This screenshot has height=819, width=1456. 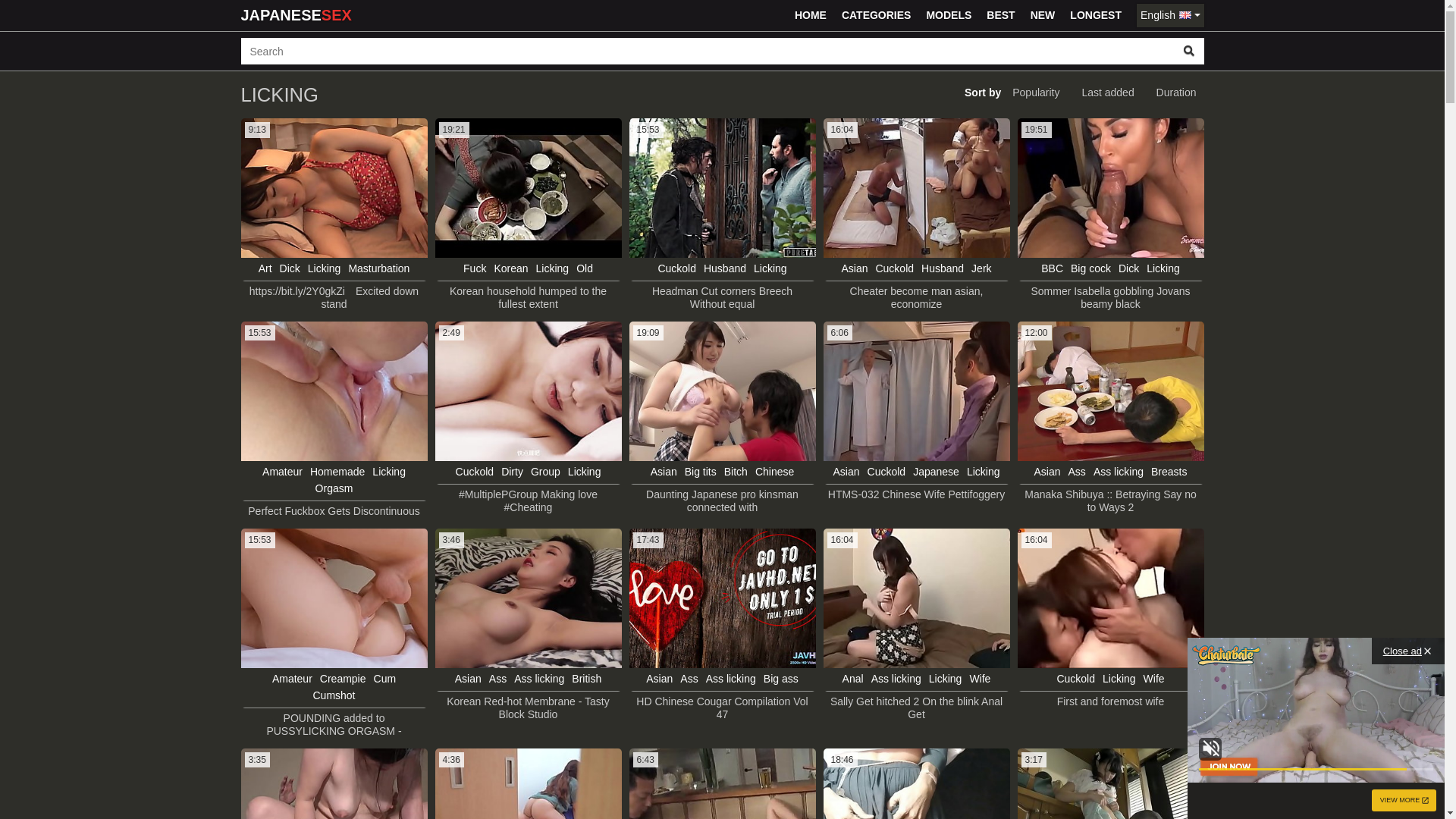 What do you see at coordinates (513, 677) in the screenshot?
I see `'Ass licking'` at bounding box center [513, 677].